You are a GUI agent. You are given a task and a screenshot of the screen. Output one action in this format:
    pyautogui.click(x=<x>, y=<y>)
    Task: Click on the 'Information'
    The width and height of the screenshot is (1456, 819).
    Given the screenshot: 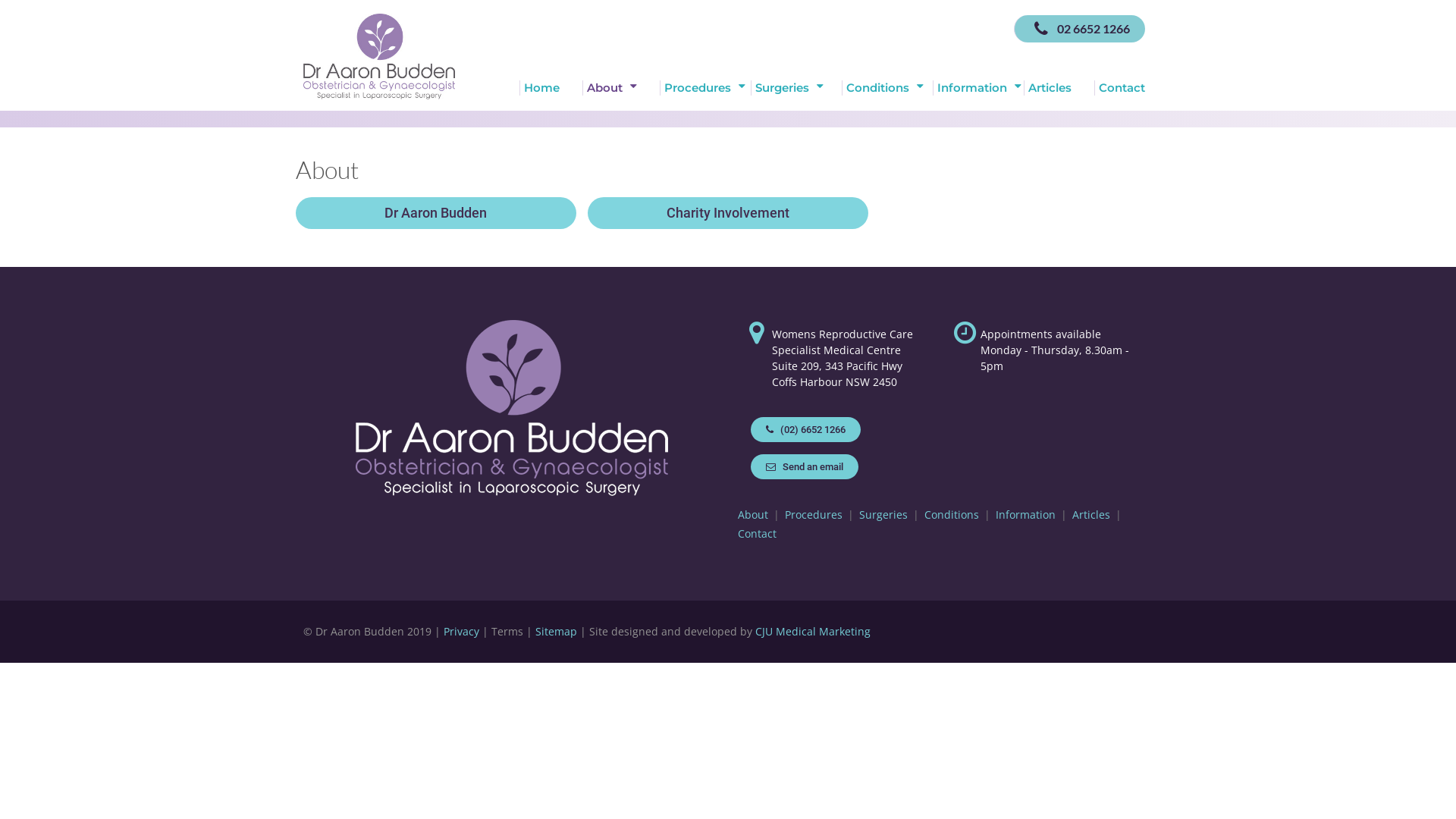 What is the action you would take?
    pyautogui.click(x=978, y=87)
    